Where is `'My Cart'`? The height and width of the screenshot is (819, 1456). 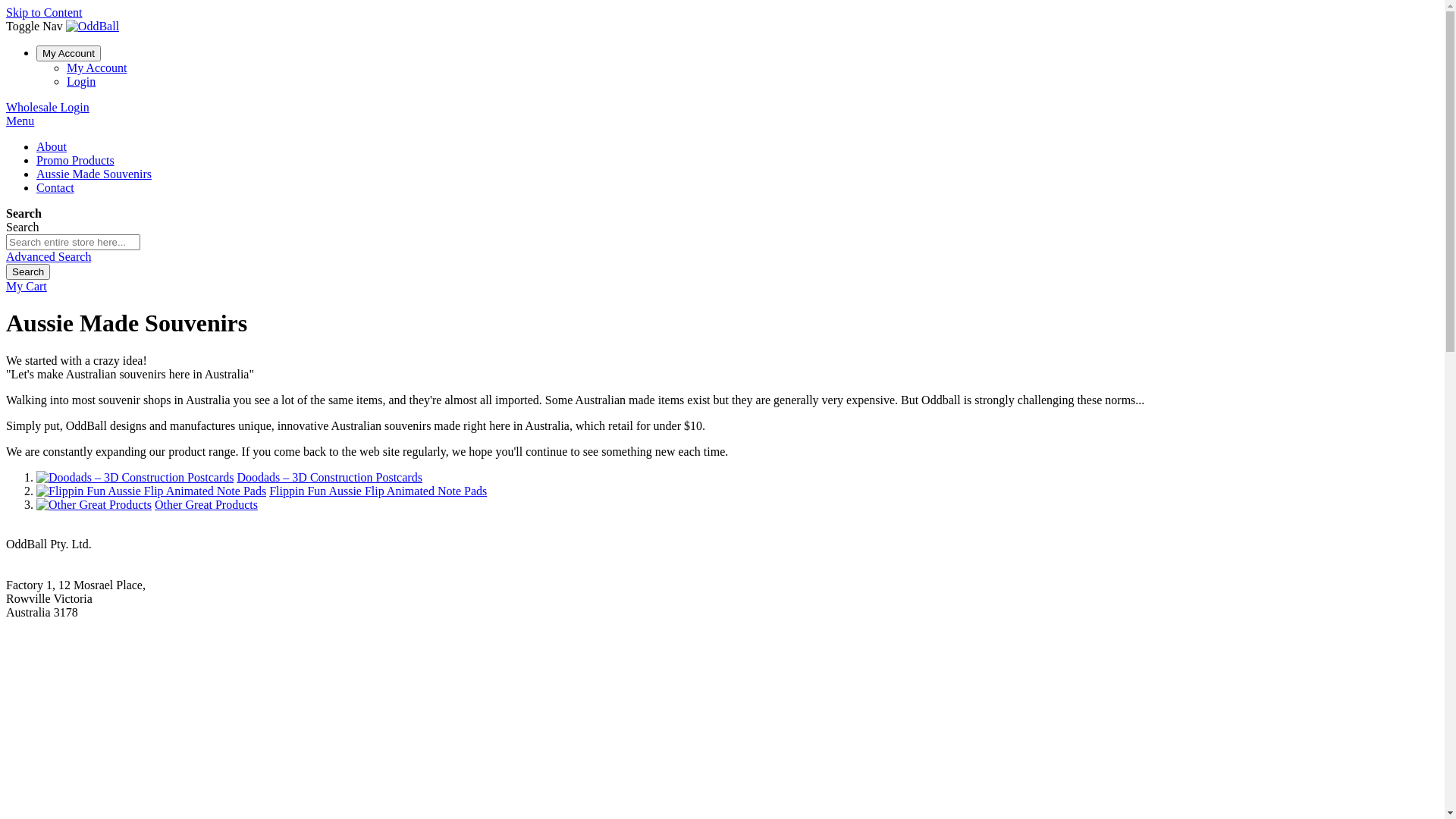 'My Cart' is located at coordinates (26, 286).